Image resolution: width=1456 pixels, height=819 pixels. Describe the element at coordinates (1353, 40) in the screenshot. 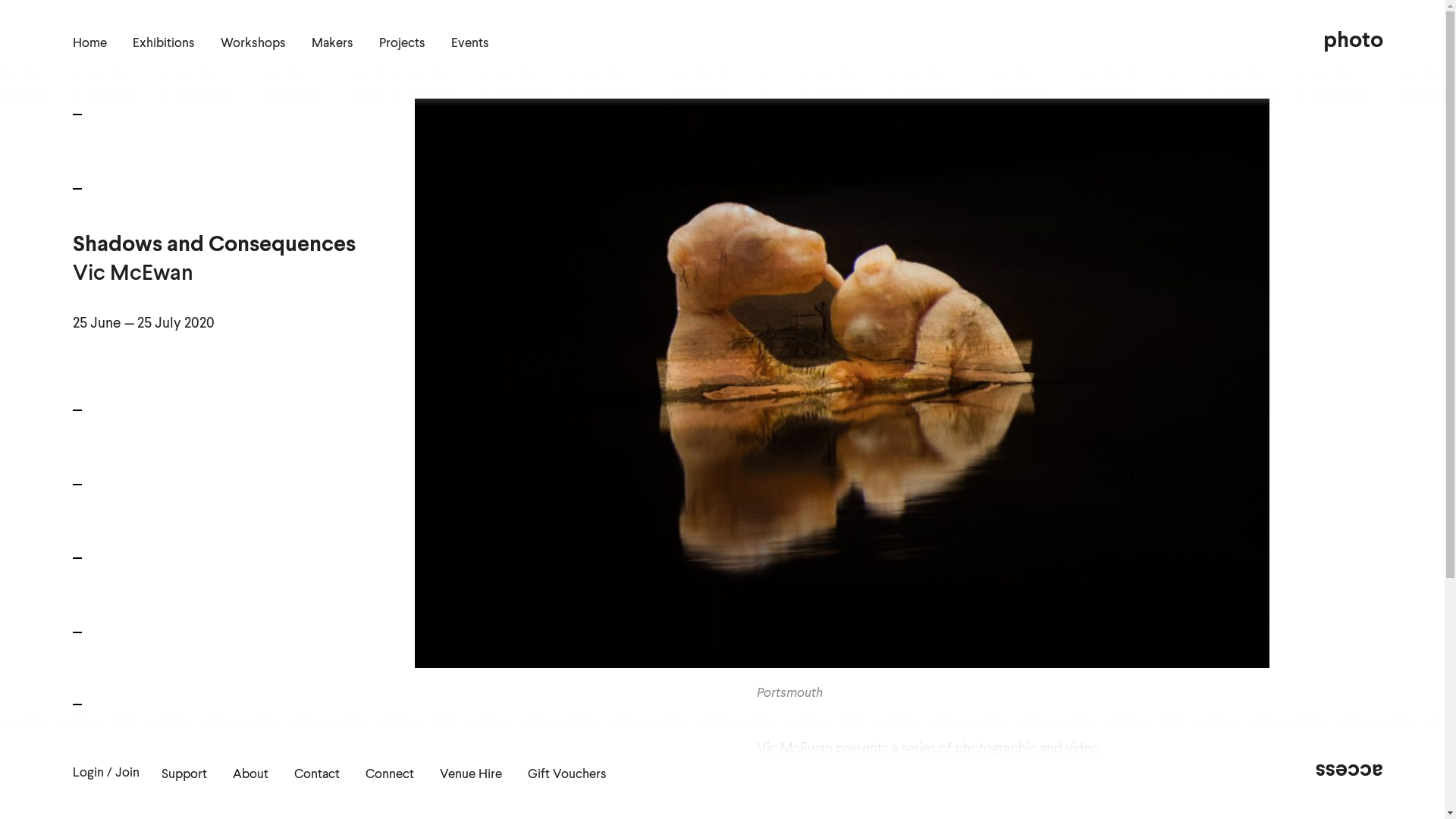

I see `'photo'` at that location.